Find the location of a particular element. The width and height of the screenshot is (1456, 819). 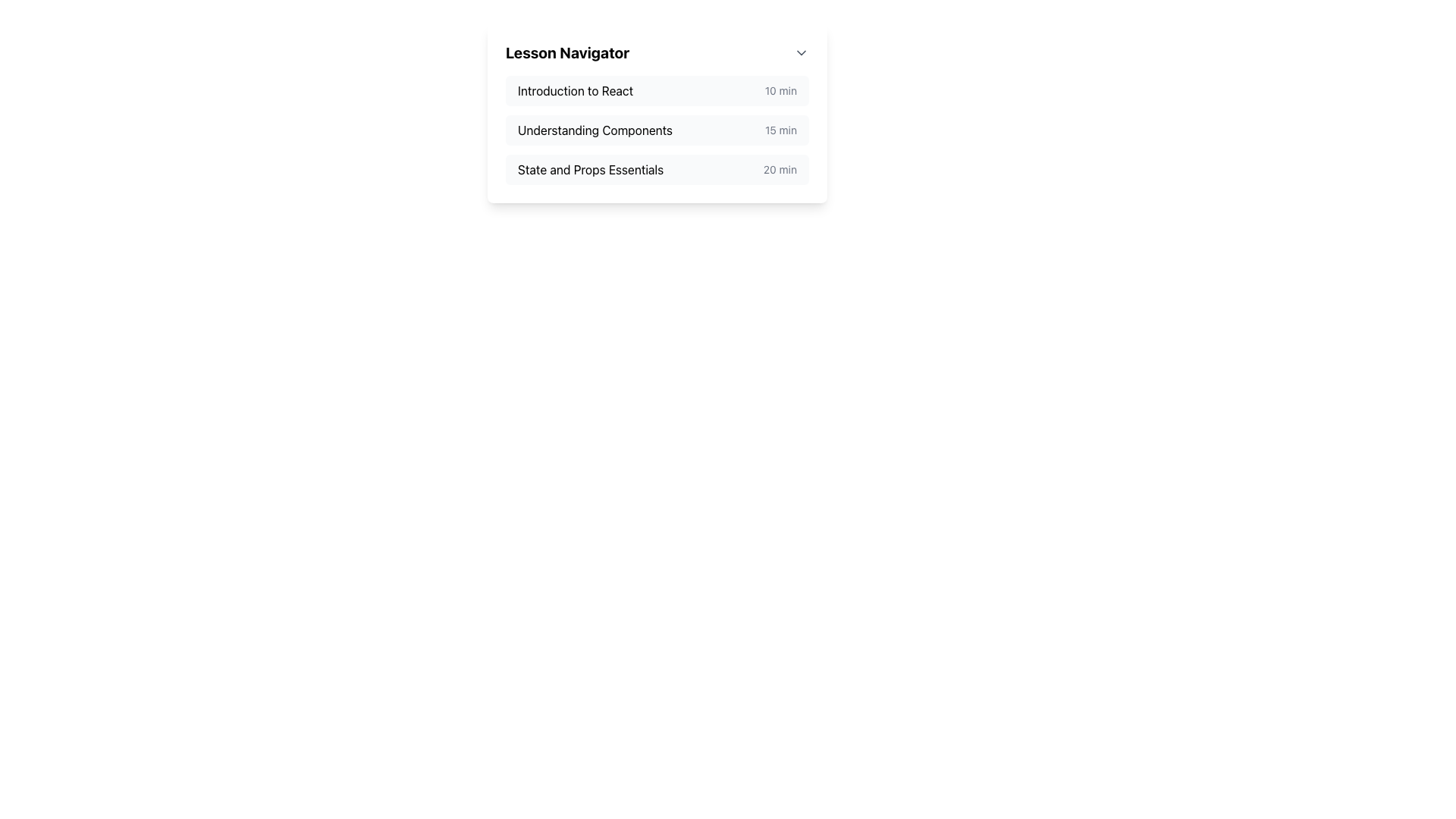

the first item in the lesson navigator list is located at coordinates (657, 90).